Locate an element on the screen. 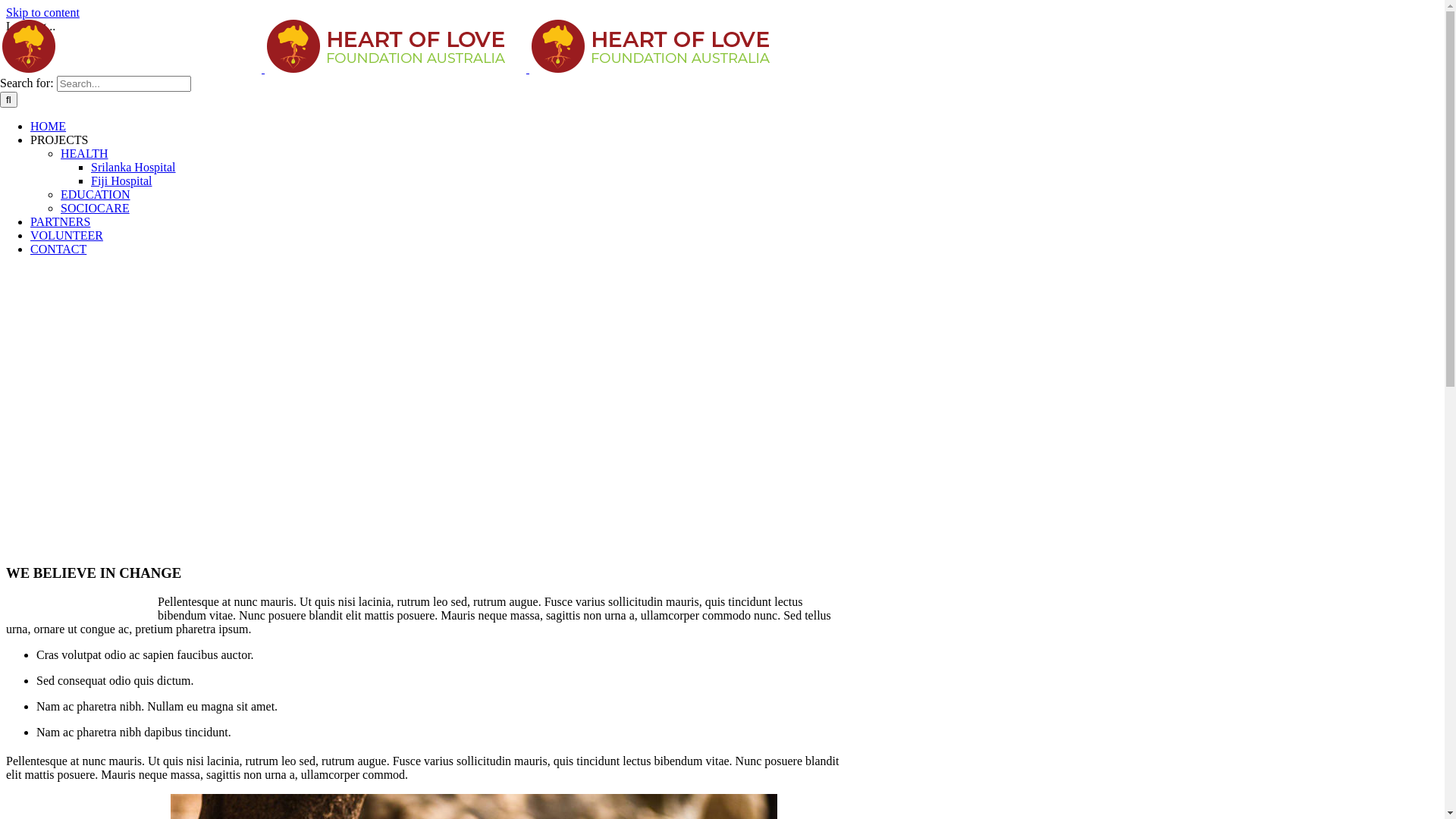  'EDUCATION' is located at coordinates (94, 193).